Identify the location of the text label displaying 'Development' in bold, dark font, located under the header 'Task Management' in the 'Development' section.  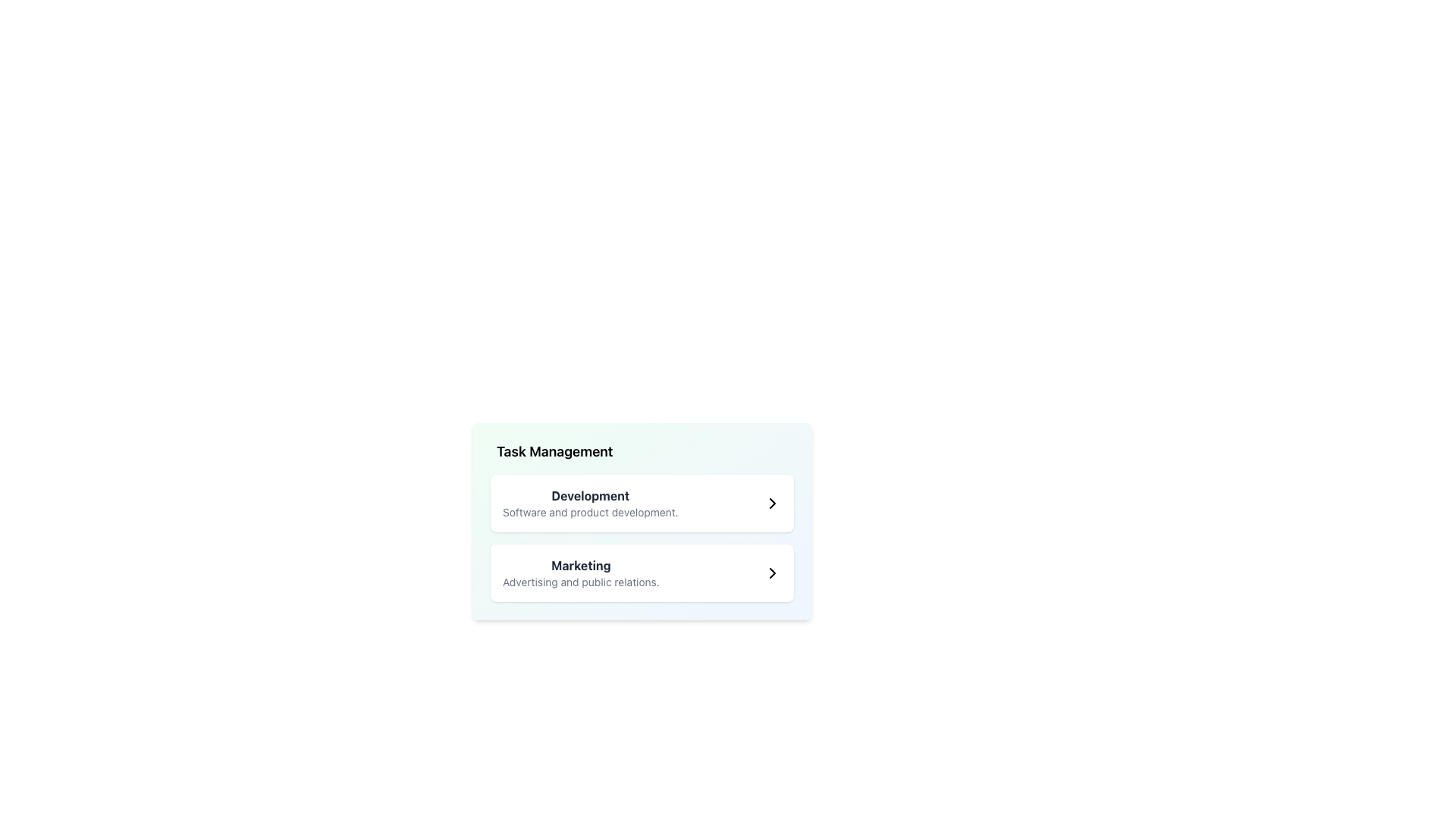
(589, 496).